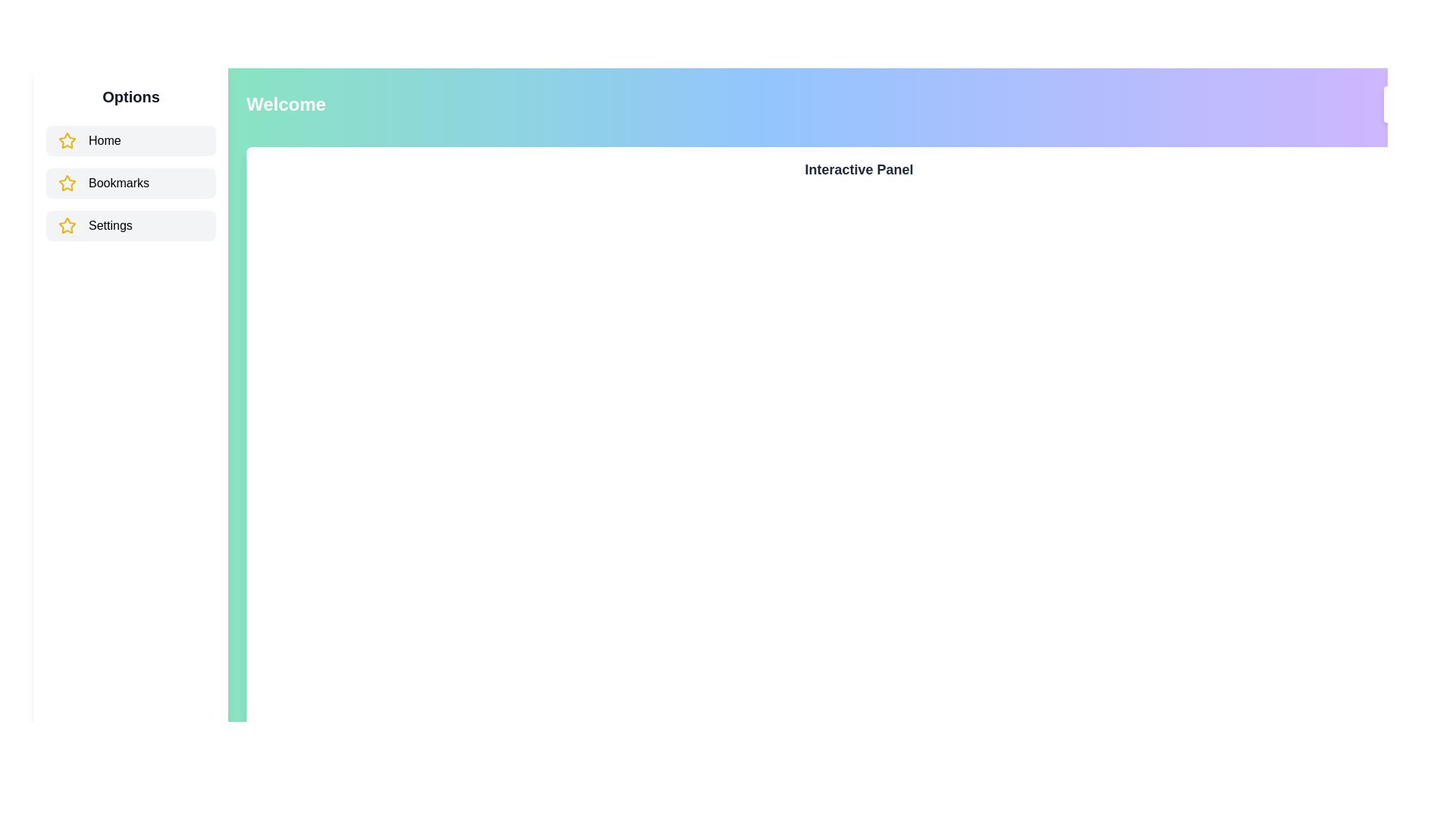 The image size is (1456, 819). What do you see at coordinates (67, 140) in the screenshot?
I see `the 'Home' icon` at bounding box center [67, 140].